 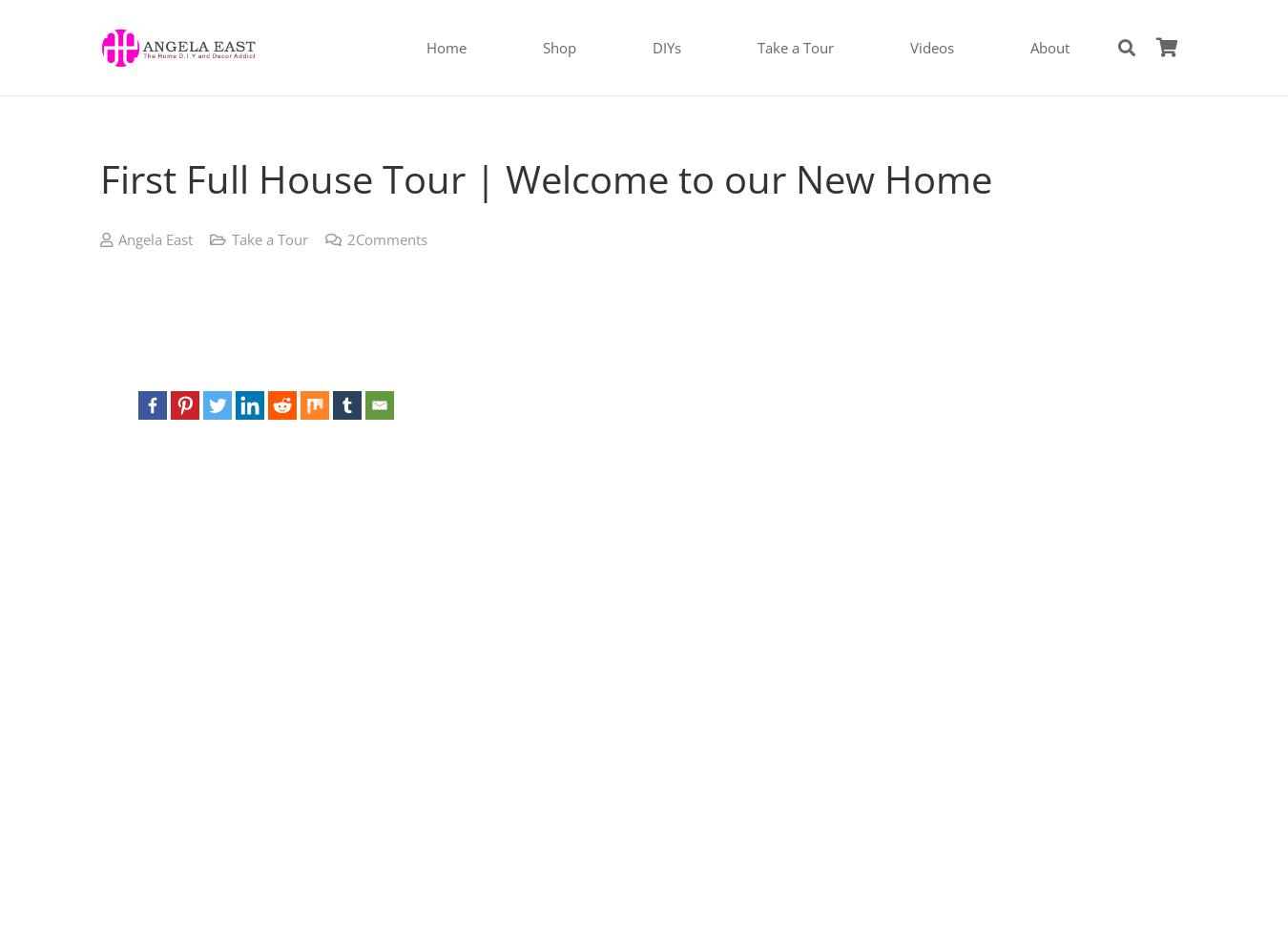 I want to click on 'First Full House Tour | Welcome to our New Home', so click(x=546, y=177).